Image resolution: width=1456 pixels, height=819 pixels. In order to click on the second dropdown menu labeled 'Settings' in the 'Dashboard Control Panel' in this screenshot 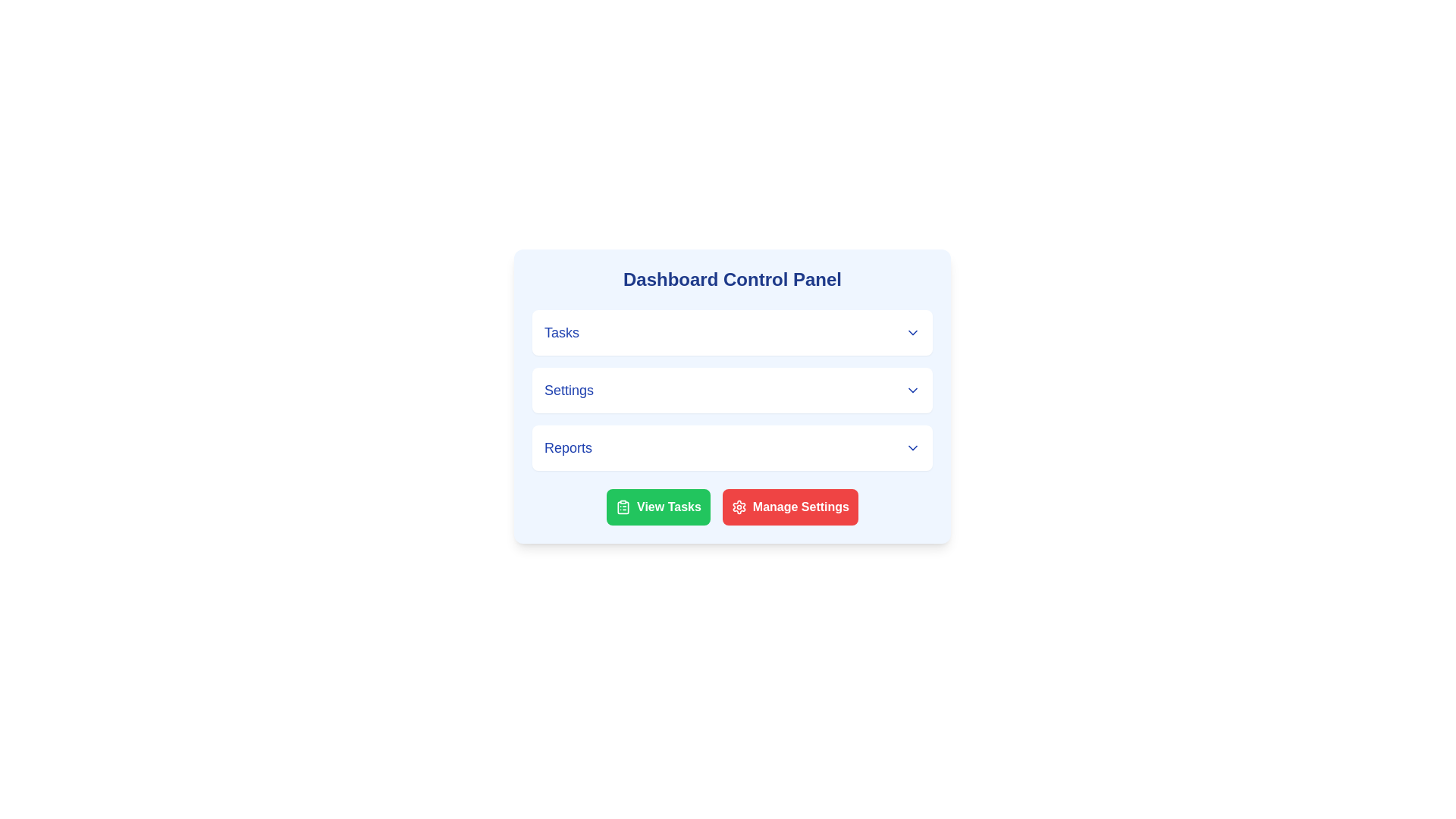, I will do `click(732, 396)`.